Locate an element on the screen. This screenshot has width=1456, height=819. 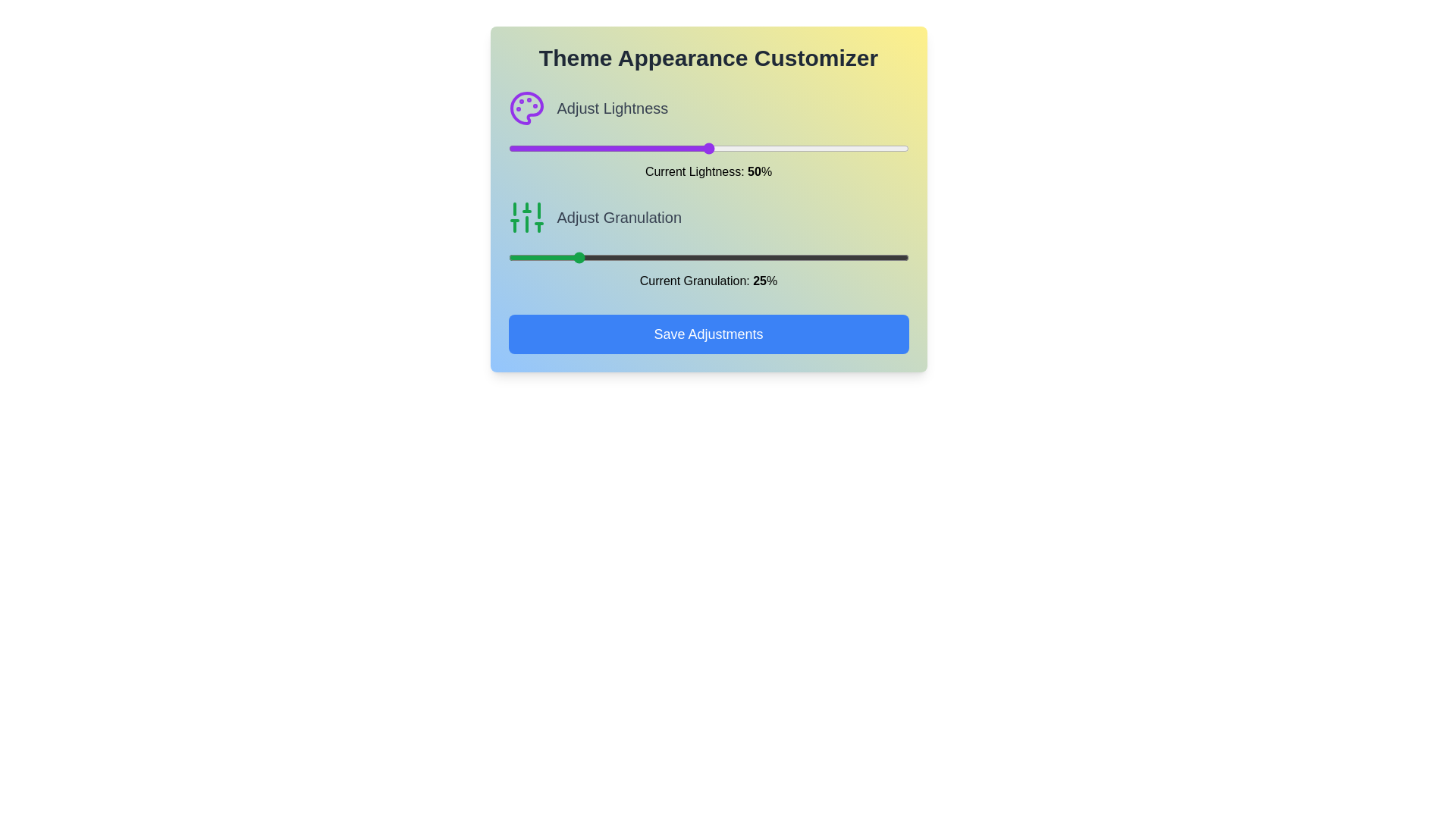
the lightness slider to 90% is located at coordinates (868, 149).